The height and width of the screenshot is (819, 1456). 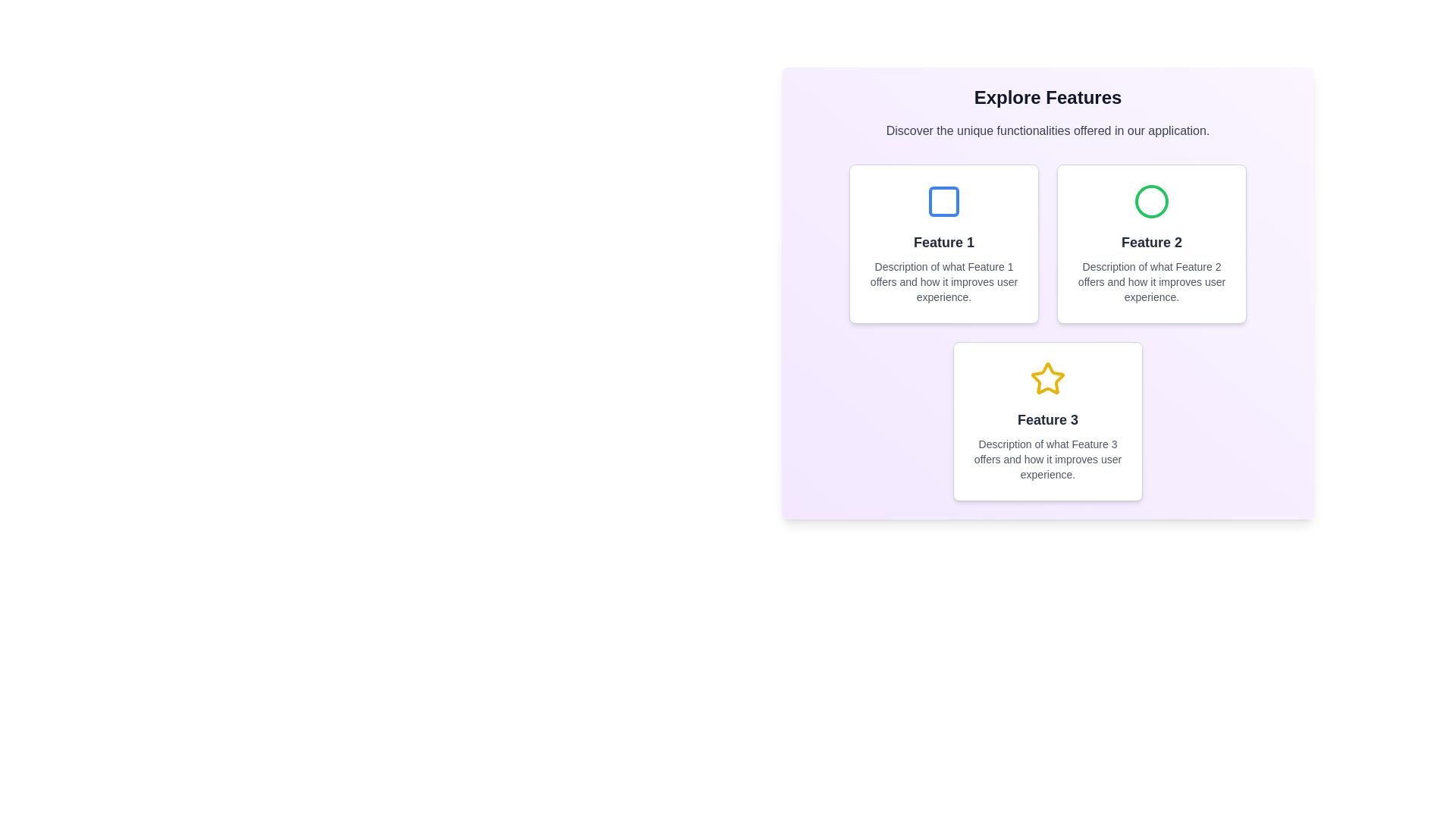 I want to click on description text block that details 'Description of what Feature 1 offers and how it improves user experience.' located below the header 'Feature 1' in the feature description card, so click(x=943, y=281).